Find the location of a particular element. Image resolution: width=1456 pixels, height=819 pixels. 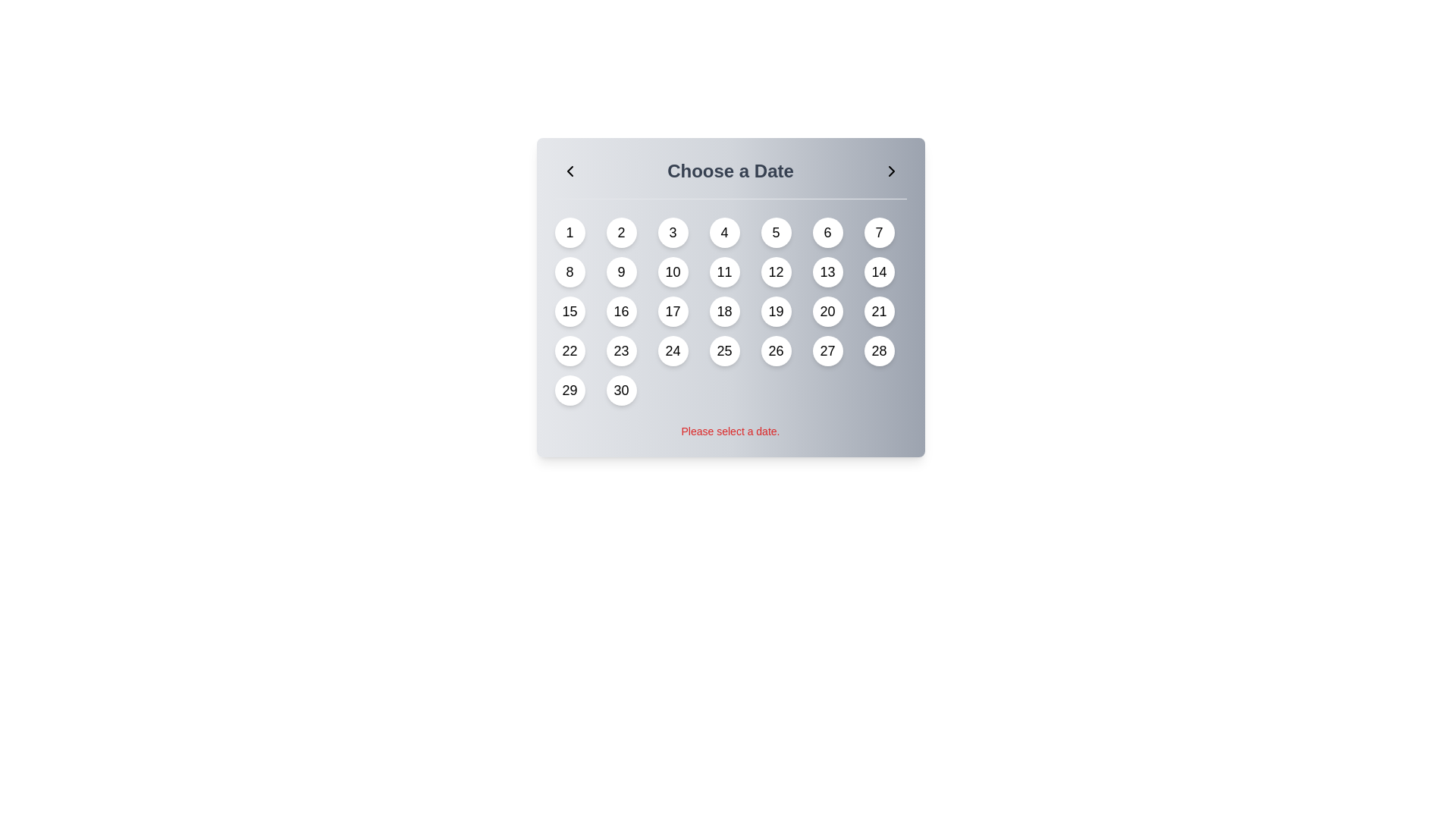

the icon button located at the top-left of the date selection panel, adjacent to 'Choose a Date' is located at coordinates (569, 171).